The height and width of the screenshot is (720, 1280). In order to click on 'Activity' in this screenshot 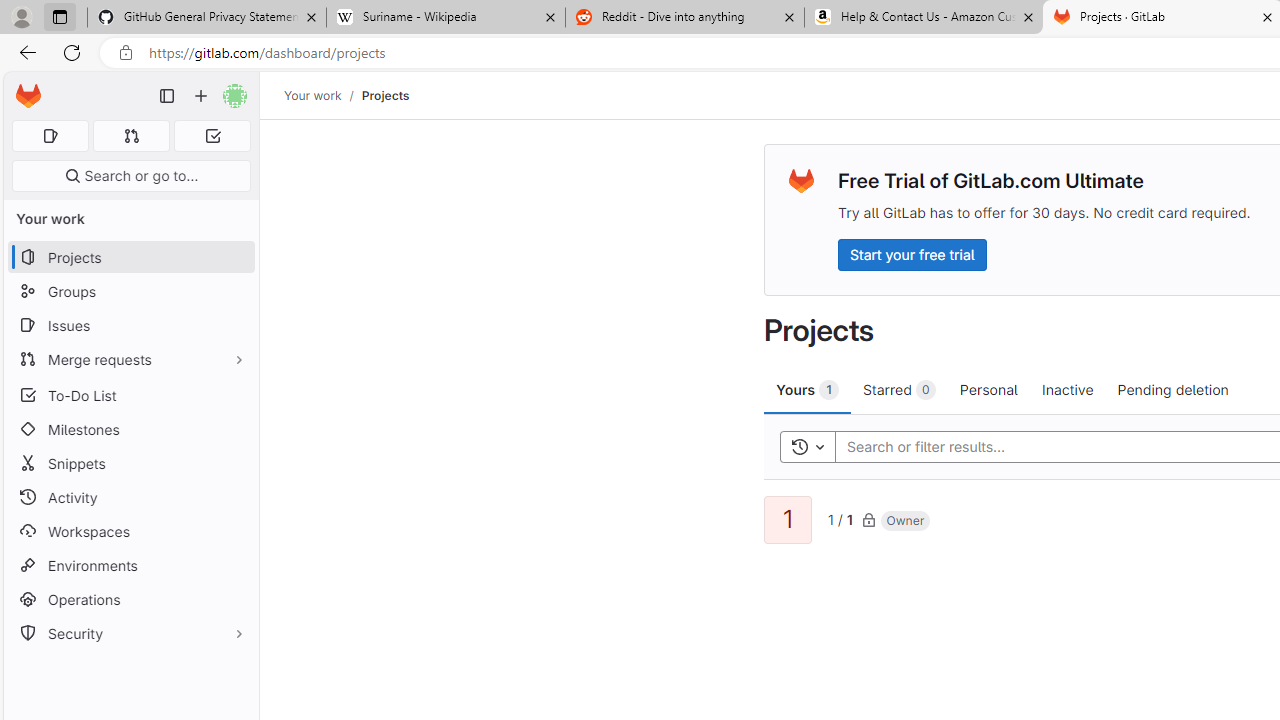, I will do `click(130, 496)`.